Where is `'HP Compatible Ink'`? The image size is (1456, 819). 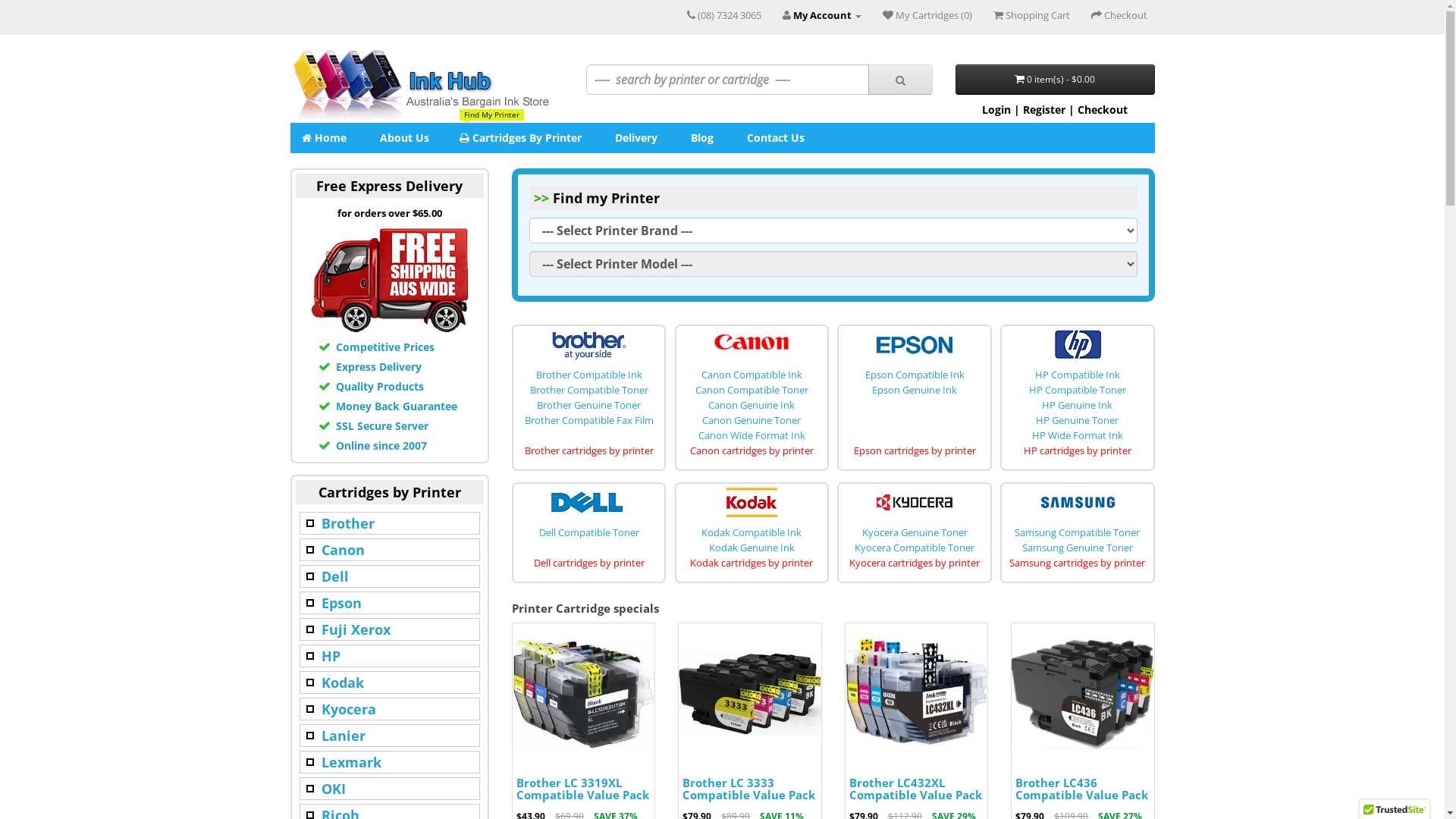
'HP Compatible Ink' is located at coordinates (1076, 374).